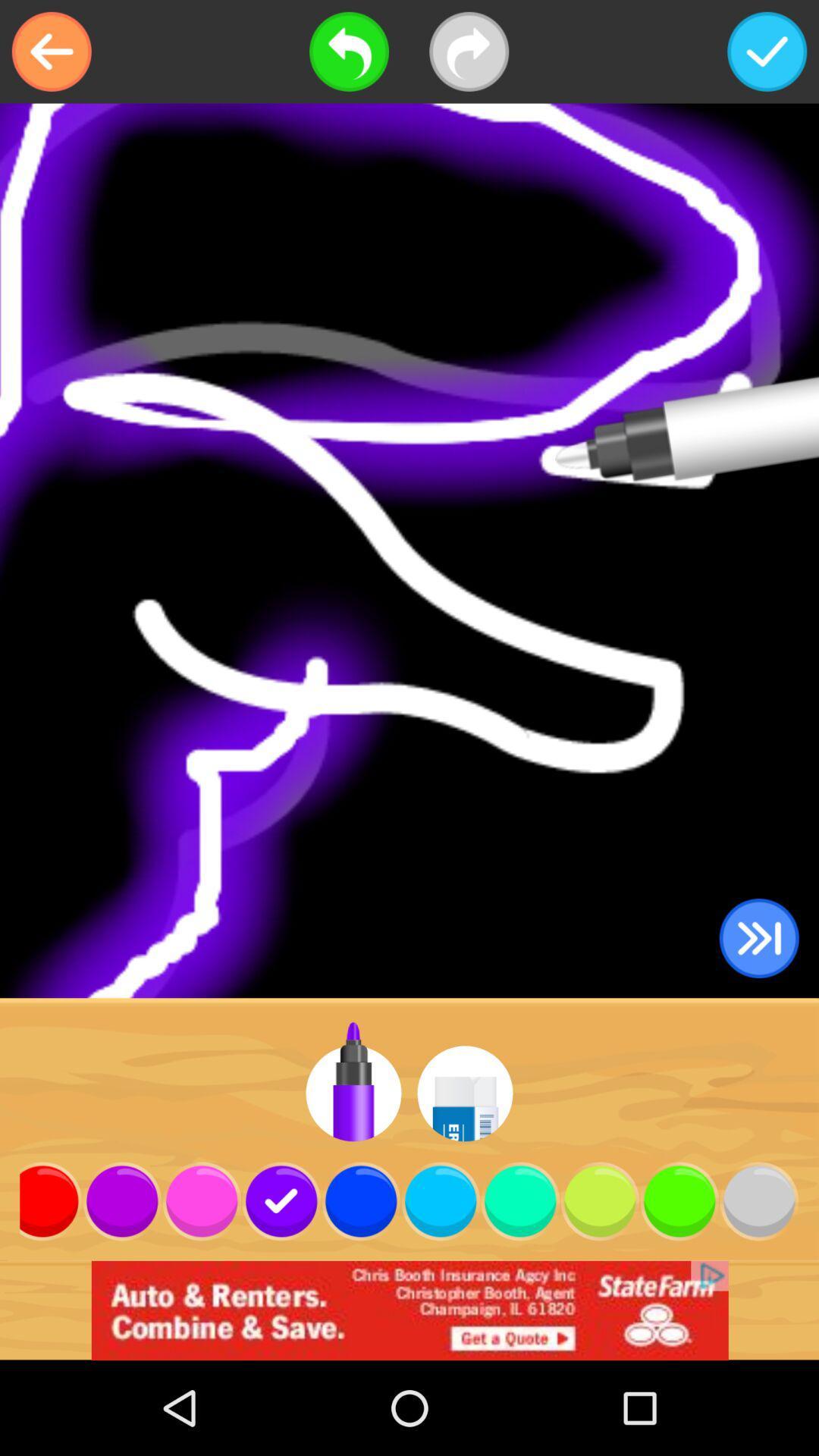  I want to click on undo, so click(349, 52).